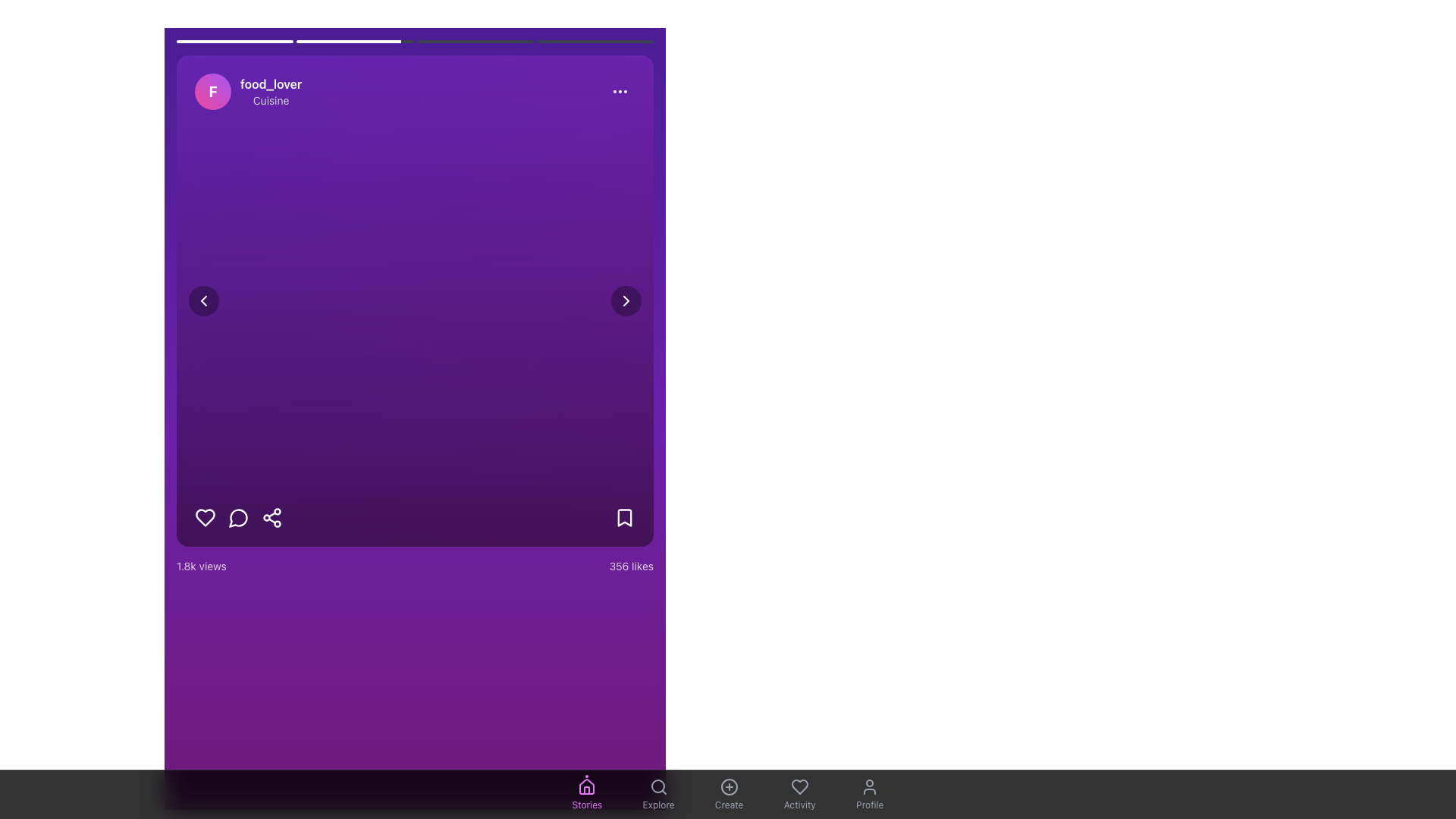 The width and height of the screenshot is (1456, 819). What do you see at coordinates (729, 794) in the screenshot?
I see `the 'Create' button located in the bottom navigation bar, which is the third button from the left, to initiate content creation` at bounding box center [729, 794].